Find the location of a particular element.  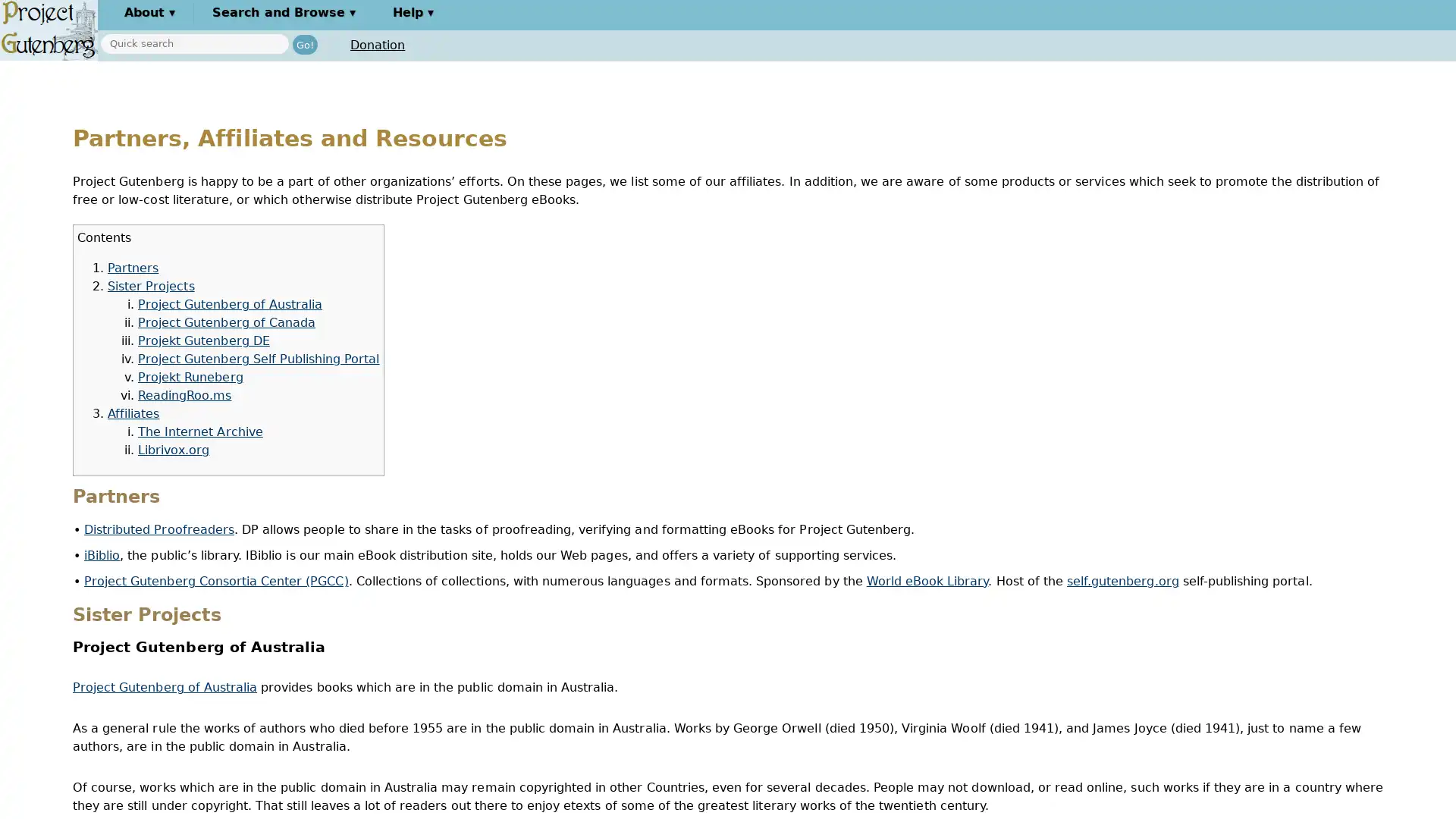

Go! is located at coordinates (304, 43).